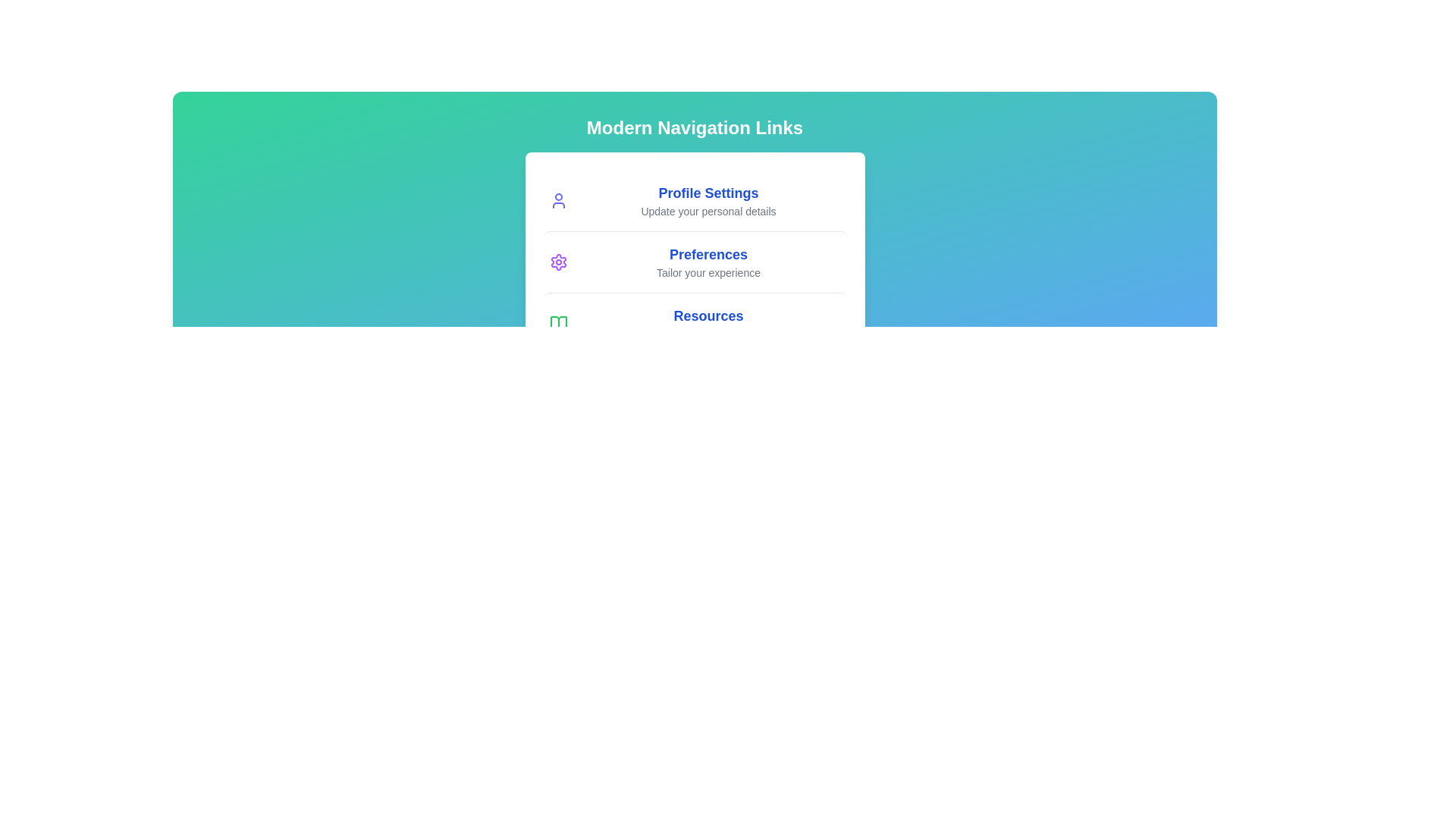 This screenshot has width=1456, height=819. I want to click on the 'Resources' button, which is the third item in the vertical list of navigation links beneath the 'Preferences' section, styled with a green icon and blue bolded text, so click(694, 322).